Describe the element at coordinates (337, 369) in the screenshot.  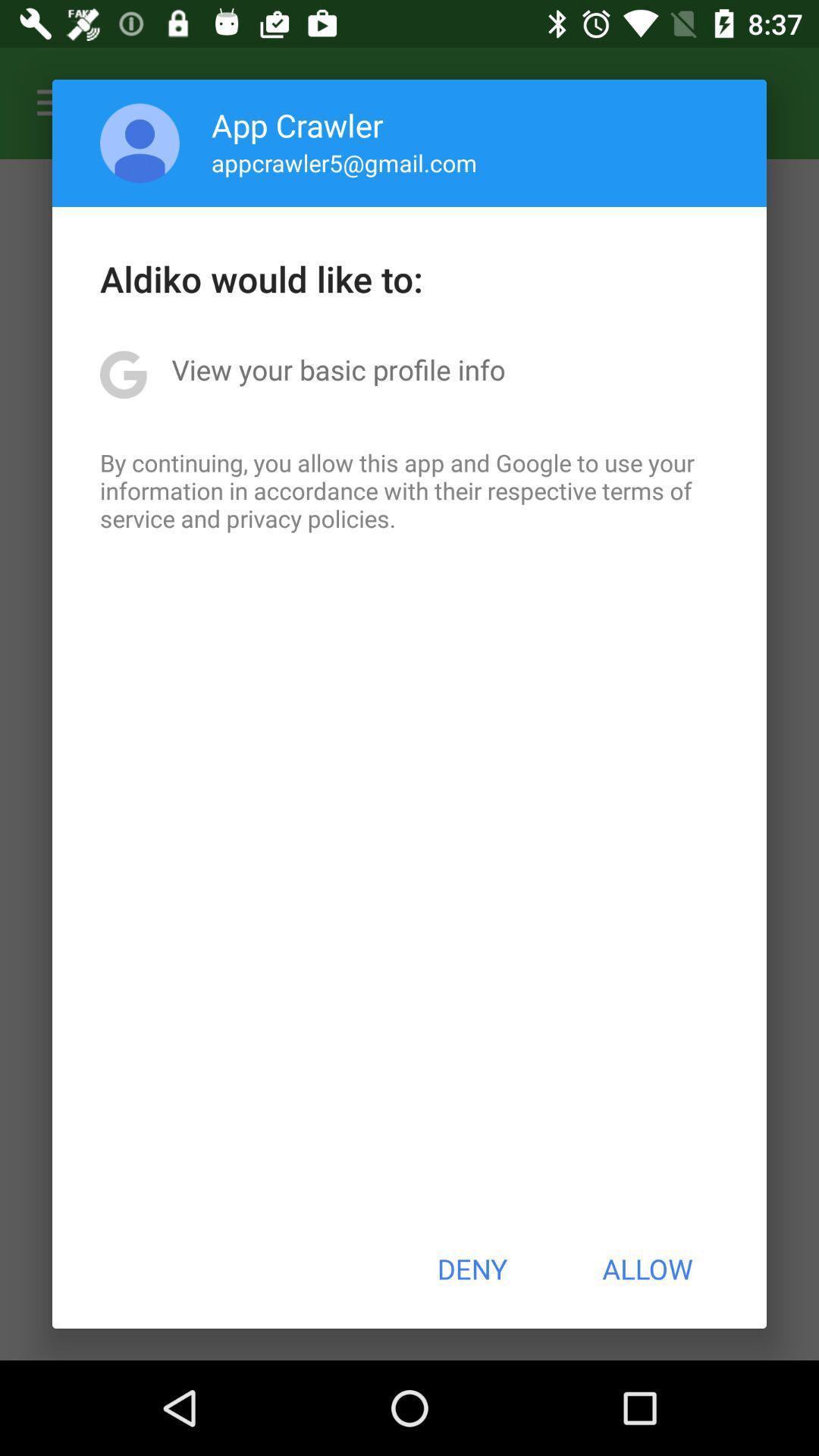
I see `the view your basic icon` at that location.